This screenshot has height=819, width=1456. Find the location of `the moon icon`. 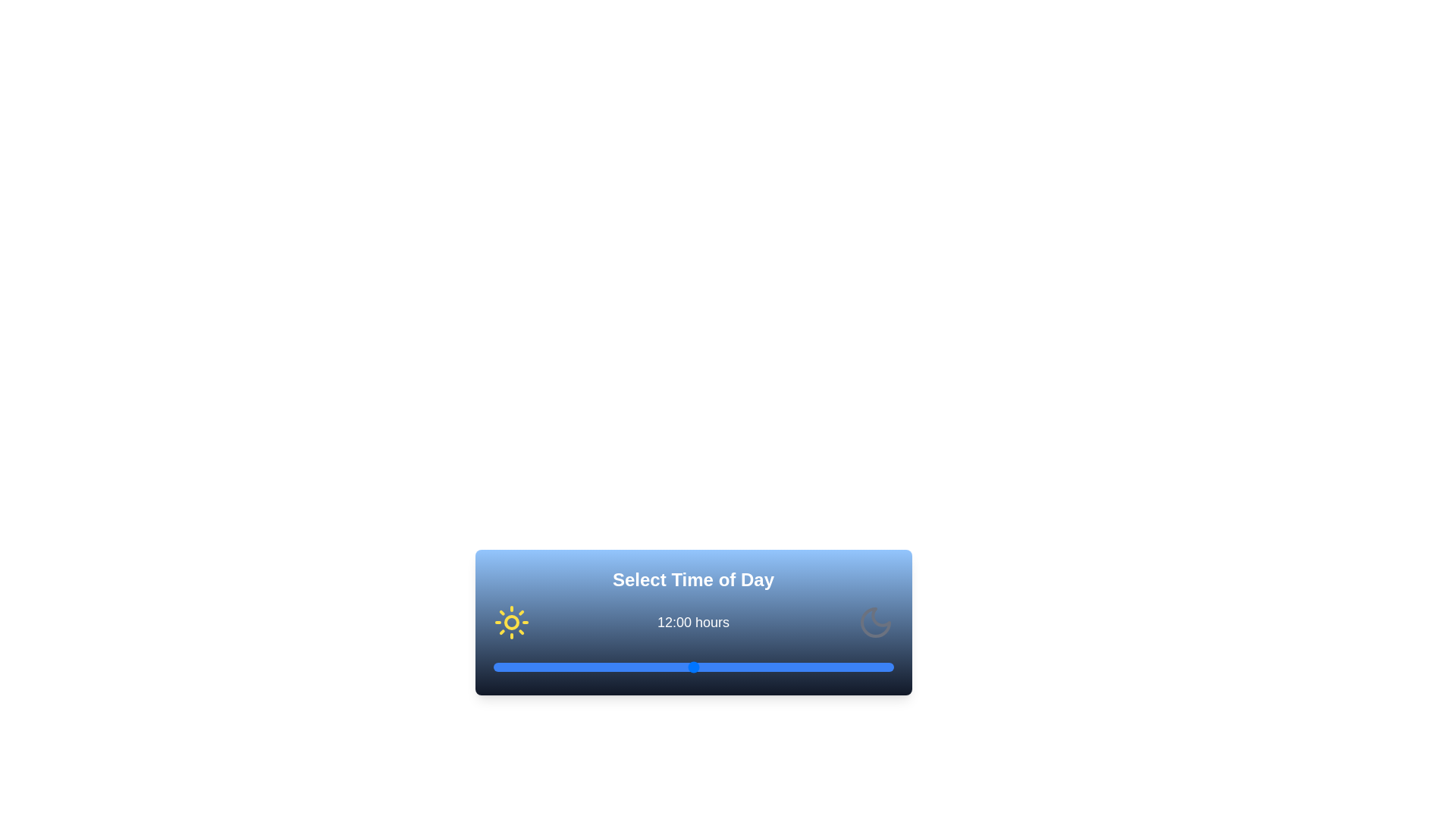

the moon icon is located at coordinates (875, 623).